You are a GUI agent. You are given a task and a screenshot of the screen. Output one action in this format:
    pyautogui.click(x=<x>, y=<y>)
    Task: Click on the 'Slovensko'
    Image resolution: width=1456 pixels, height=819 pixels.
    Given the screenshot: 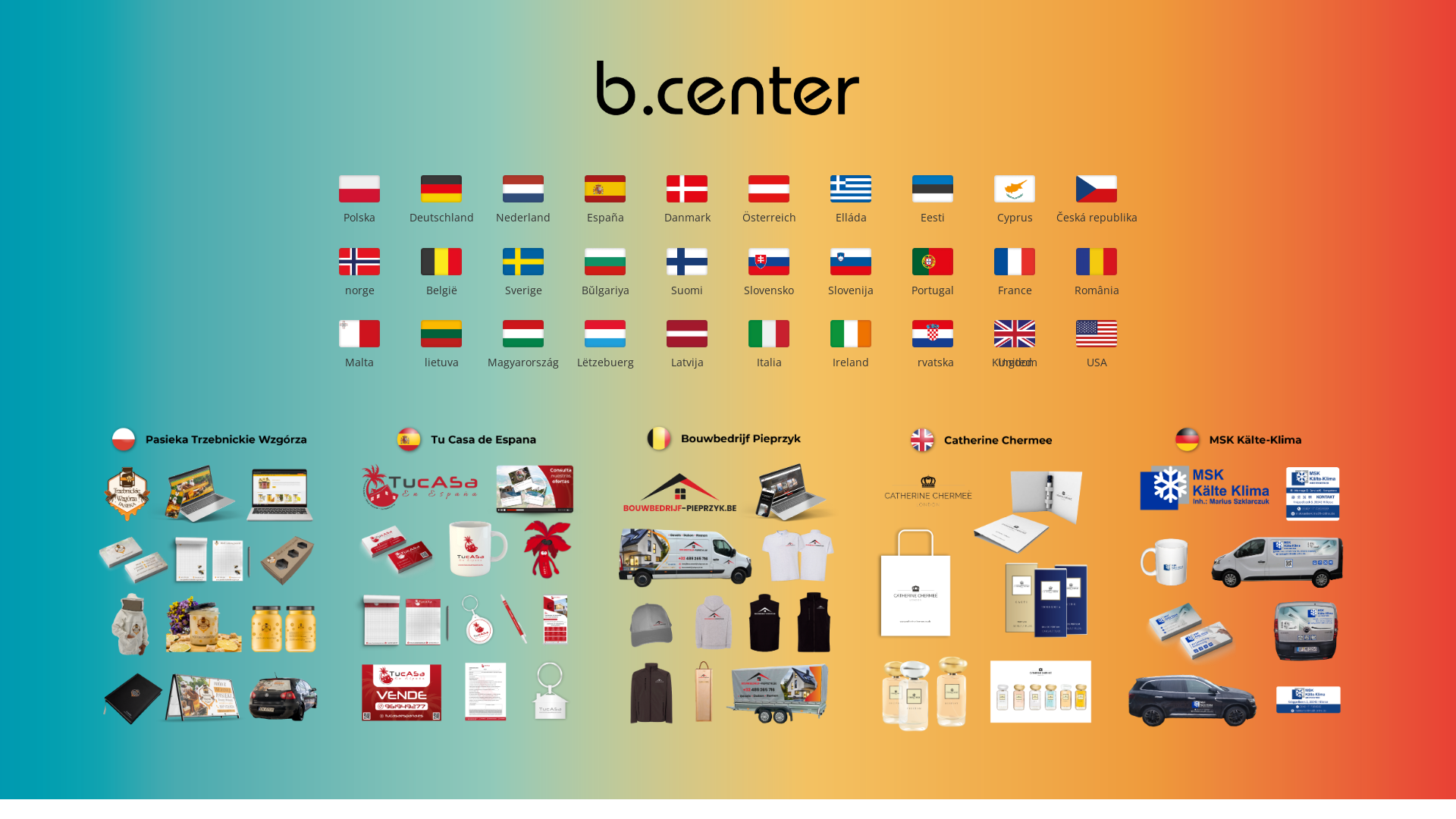 What is the action you would take?
    pyautogui.click(x=743, y=290)
    